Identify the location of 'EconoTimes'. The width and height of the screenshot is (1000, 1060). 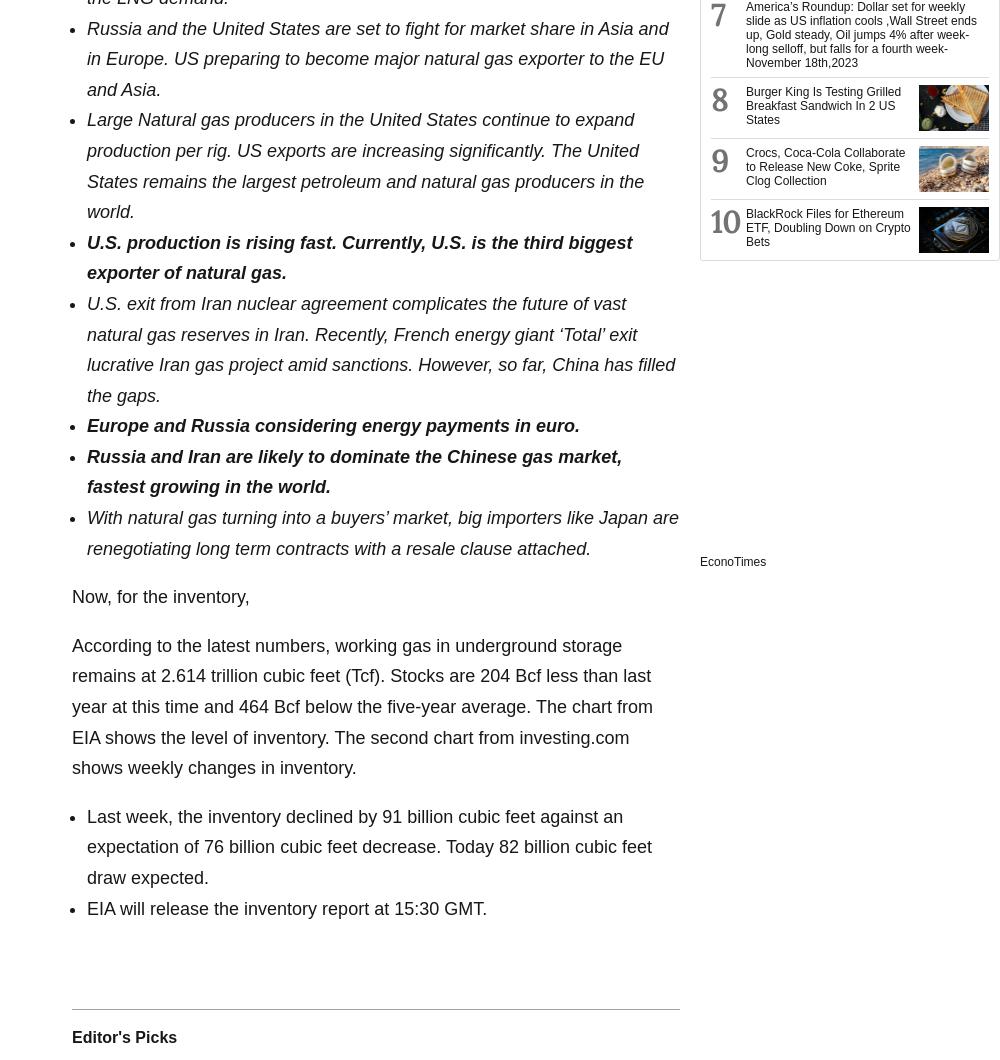
(732, 562).